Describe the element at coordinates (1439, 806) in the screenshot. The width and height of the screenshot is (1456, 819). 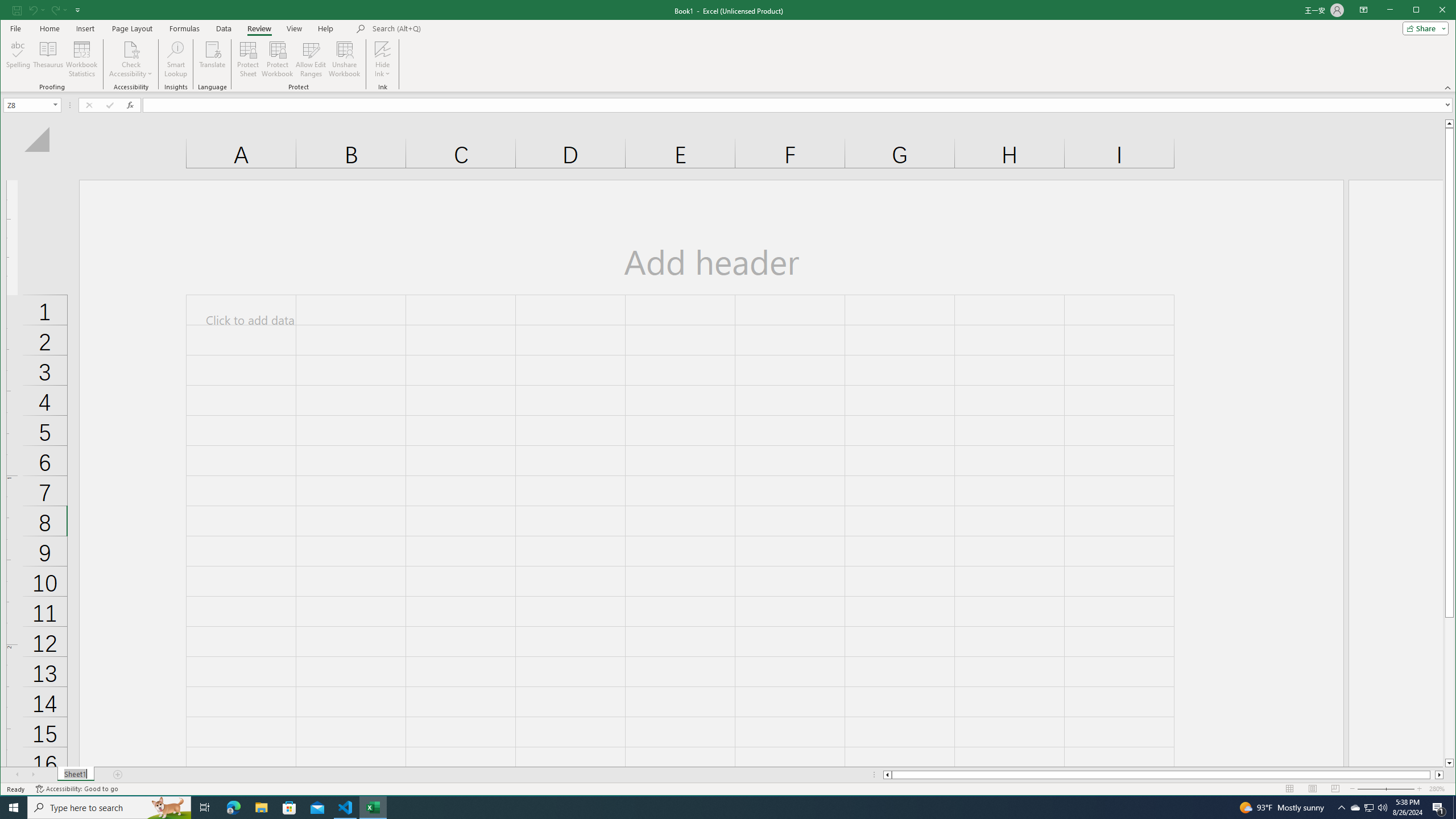
I see `'Action Center, 1 new notification'` at that location.